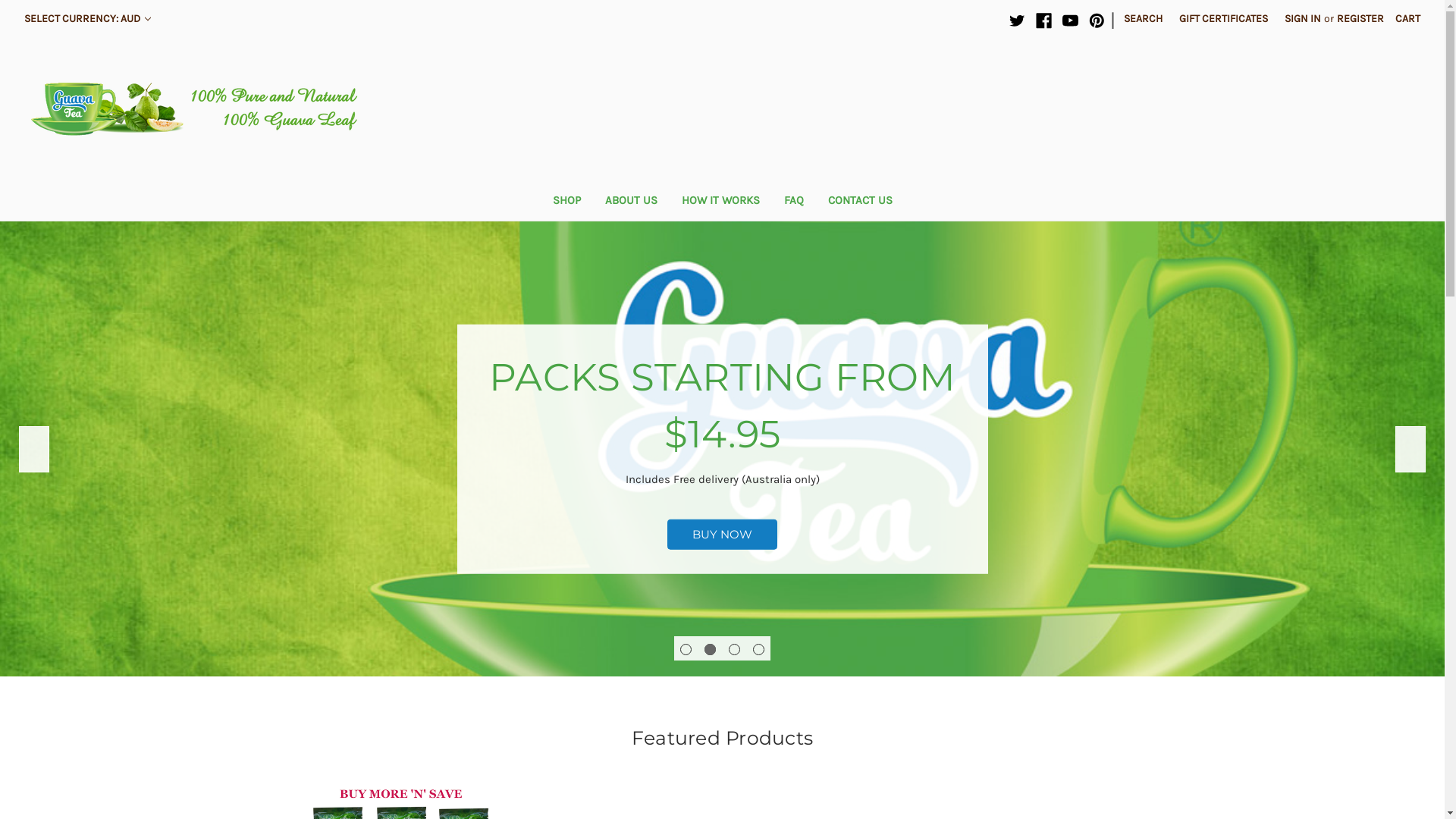 The image size is (1456, 819). I want to click on '4', so click(758, 648).